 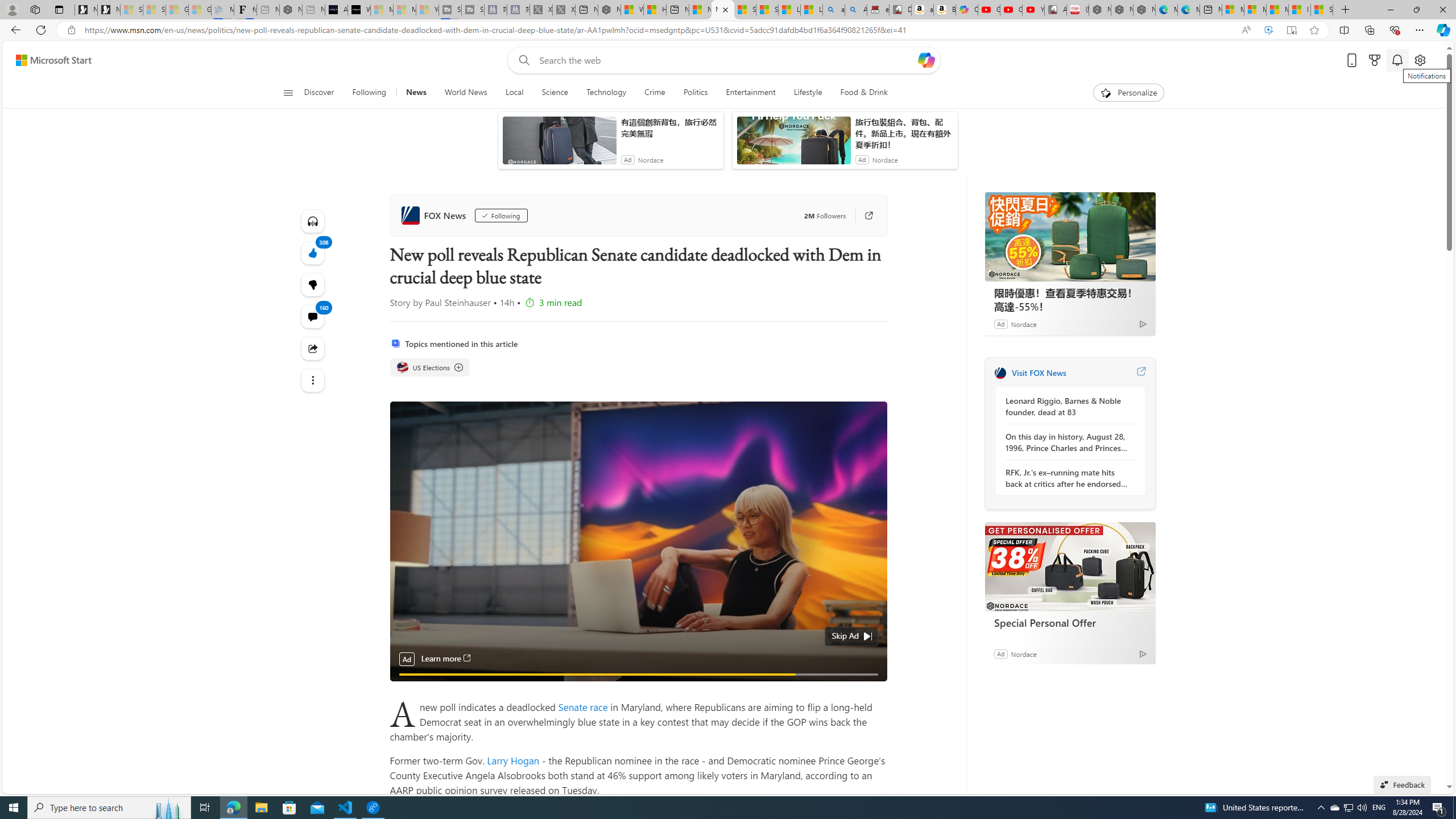 What do you see at coordinates (609, 9) in the screenshot?
I see `'Nordace - My Account'` at bounding box center [609, 9].